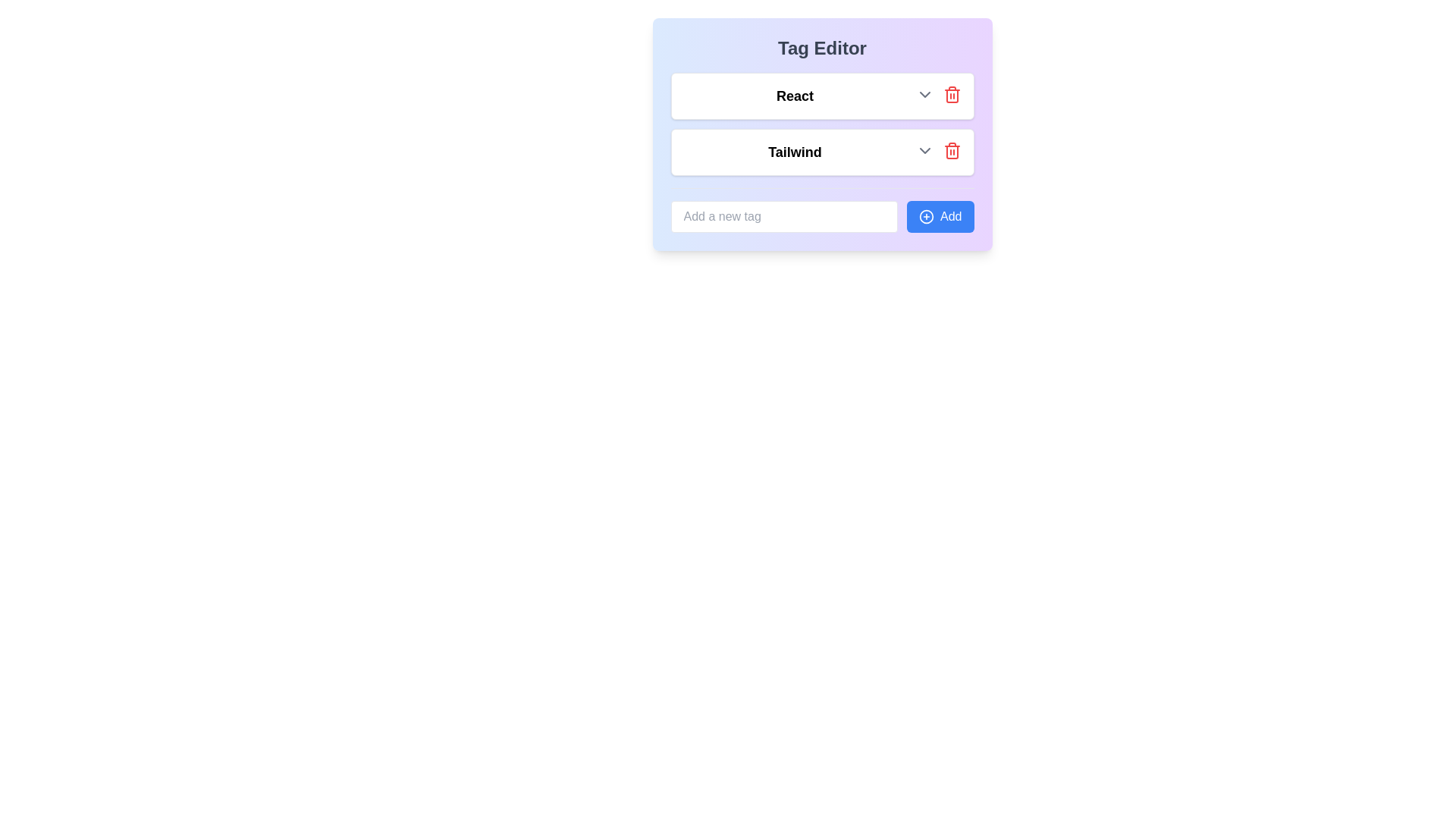  I want to click on the circular SVG element that forms the outer border of the plus icon used for addition actions, located next to the 'Add' button in the lower-right corner of the 'Tag Editor' section, so click(926, 216).